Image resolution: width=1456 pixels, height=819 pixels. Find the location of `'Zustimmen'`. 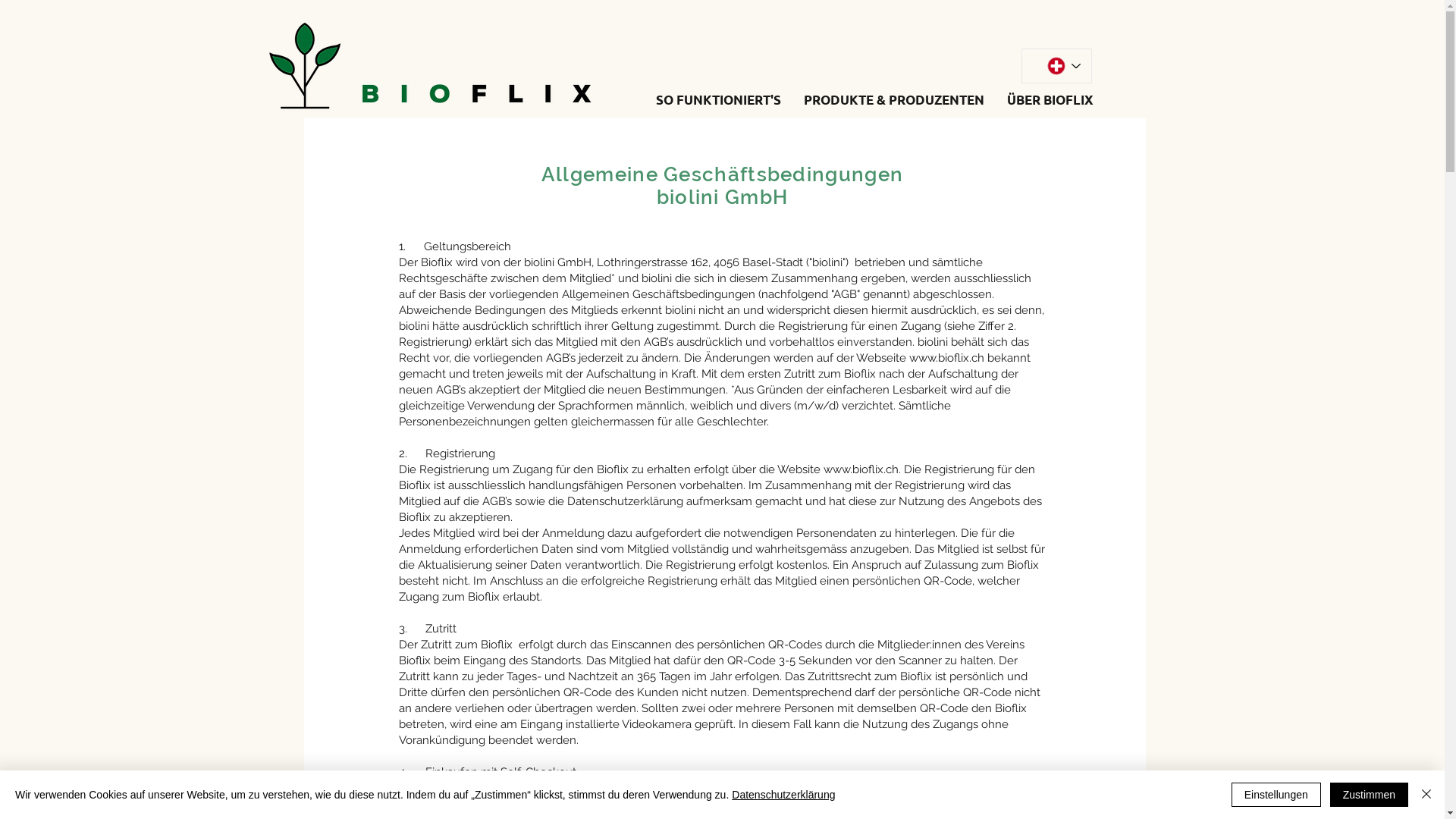

'Zustimmen' is located at coordinates (1369, 794).